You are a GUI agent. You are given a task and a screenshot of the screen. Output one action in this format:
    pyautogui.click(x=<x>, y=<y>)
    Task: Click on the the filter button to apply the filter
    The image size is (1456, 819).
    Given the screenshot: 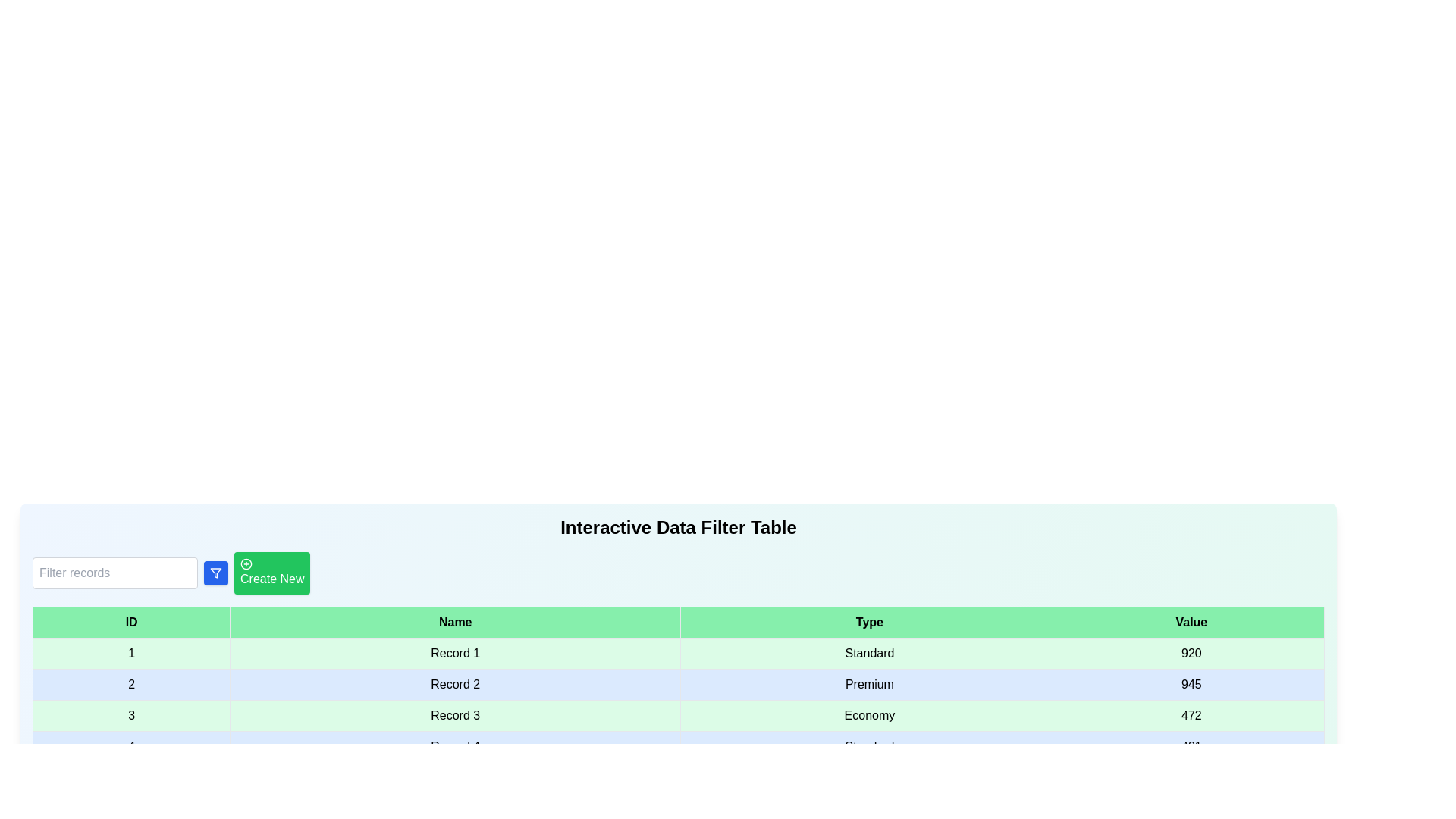 What is the action you would take?
    pyautogui.click(x=215, y=573)
    